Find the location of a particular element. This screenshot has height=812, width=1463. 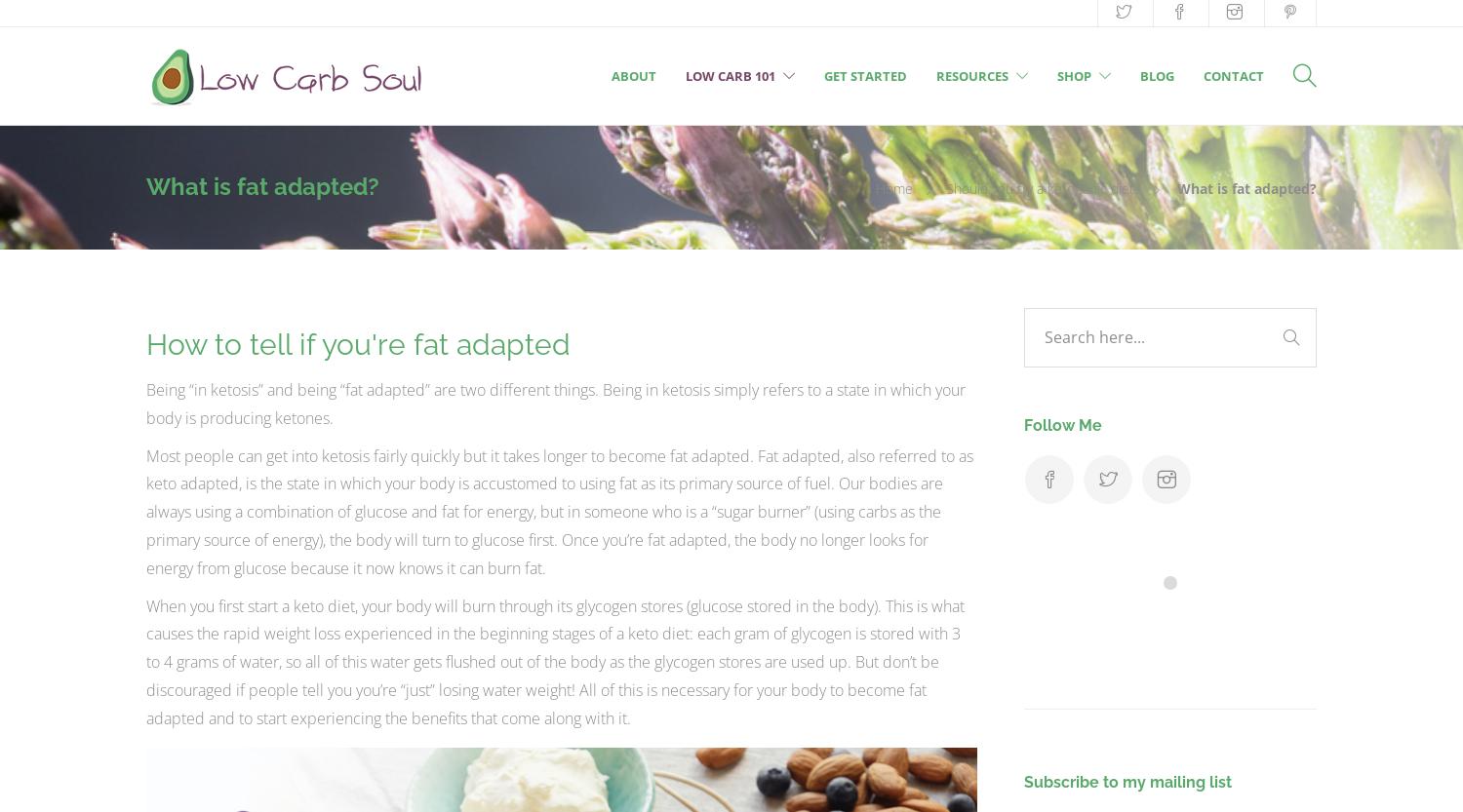

'About' is located at coordinates (633, 74).